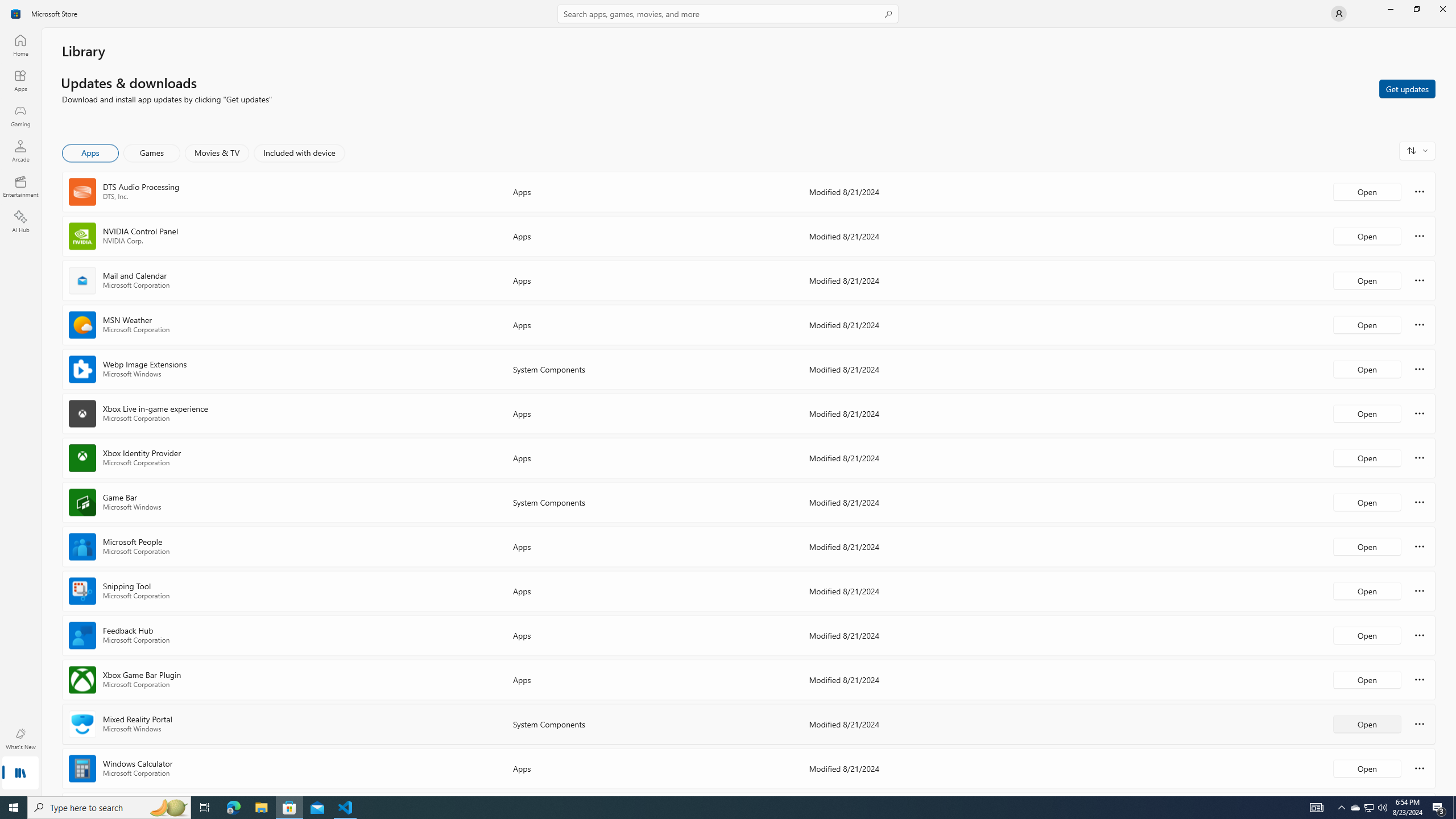 The height and width of the screenshot is (819, 1456). I want to click on 'Movies & TV', so click(216, 152).